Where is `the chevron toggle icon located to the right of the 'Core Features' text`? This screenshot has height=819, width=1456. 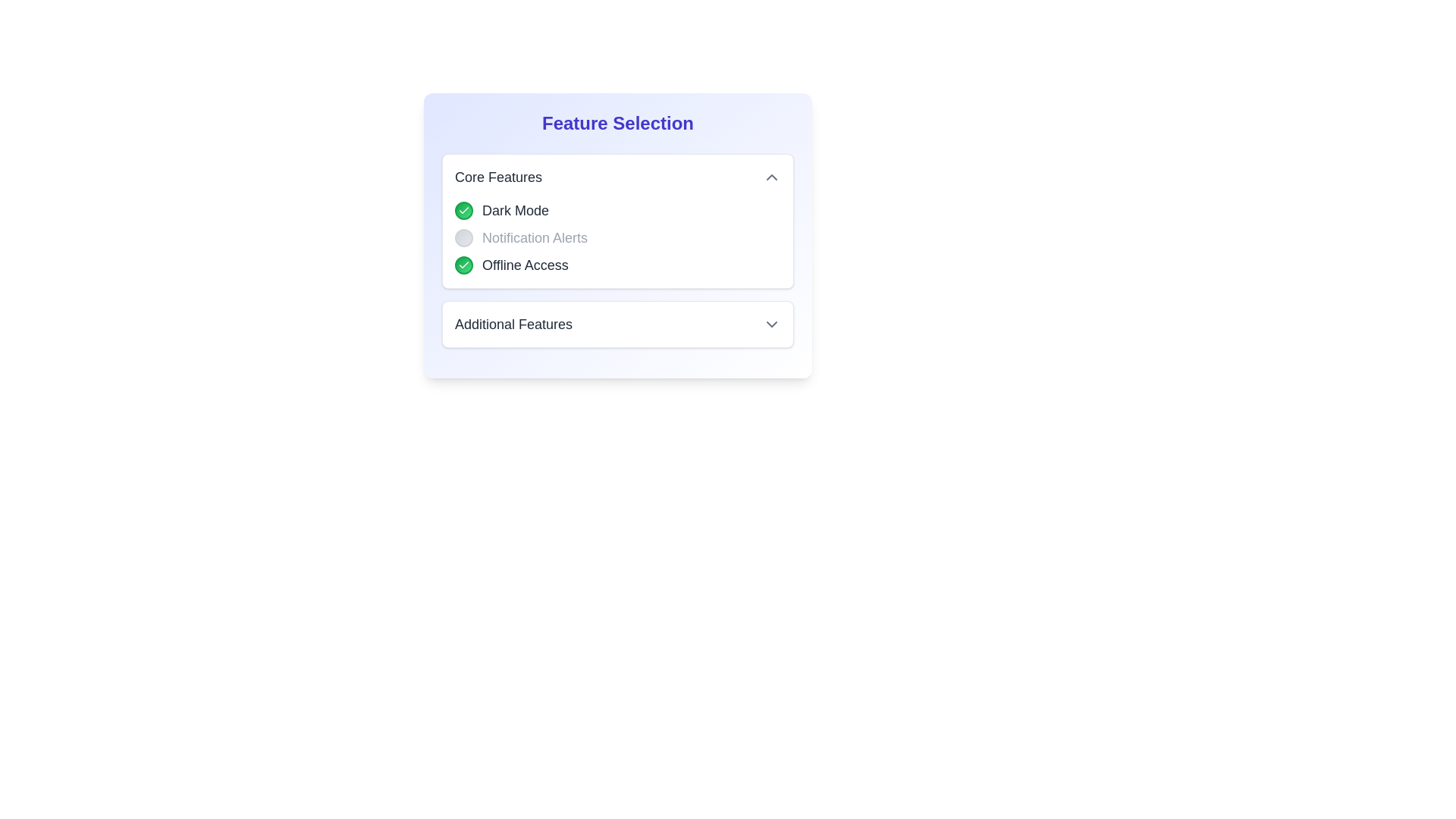 the chevron toggle icon located to the right of the 'Core Features' text is located at coordinates (771, 177).